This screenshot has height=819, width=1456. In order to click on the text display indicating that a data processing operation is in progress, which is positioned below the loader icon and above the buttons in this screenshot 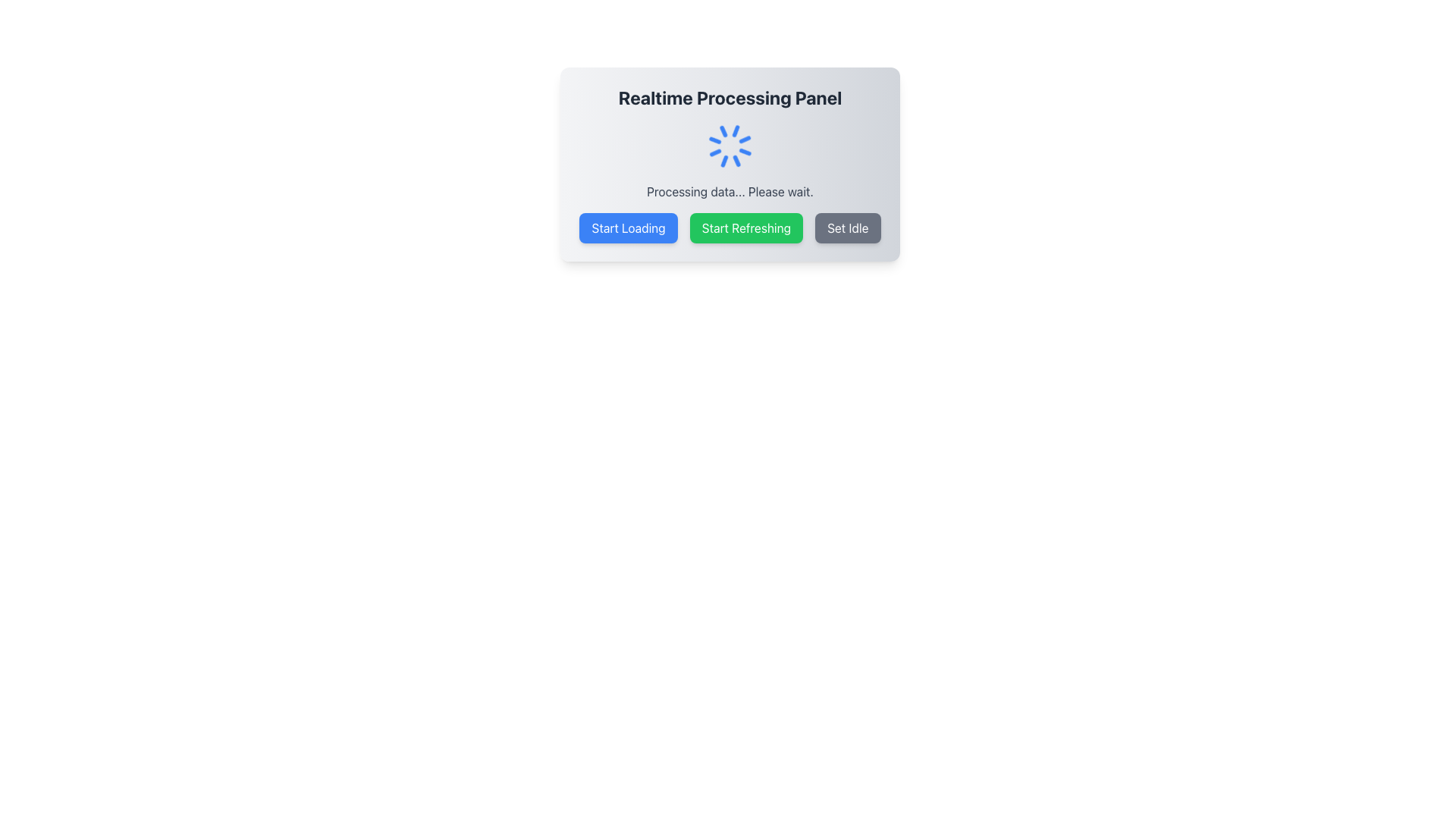, I will do `click(730, 191)`.